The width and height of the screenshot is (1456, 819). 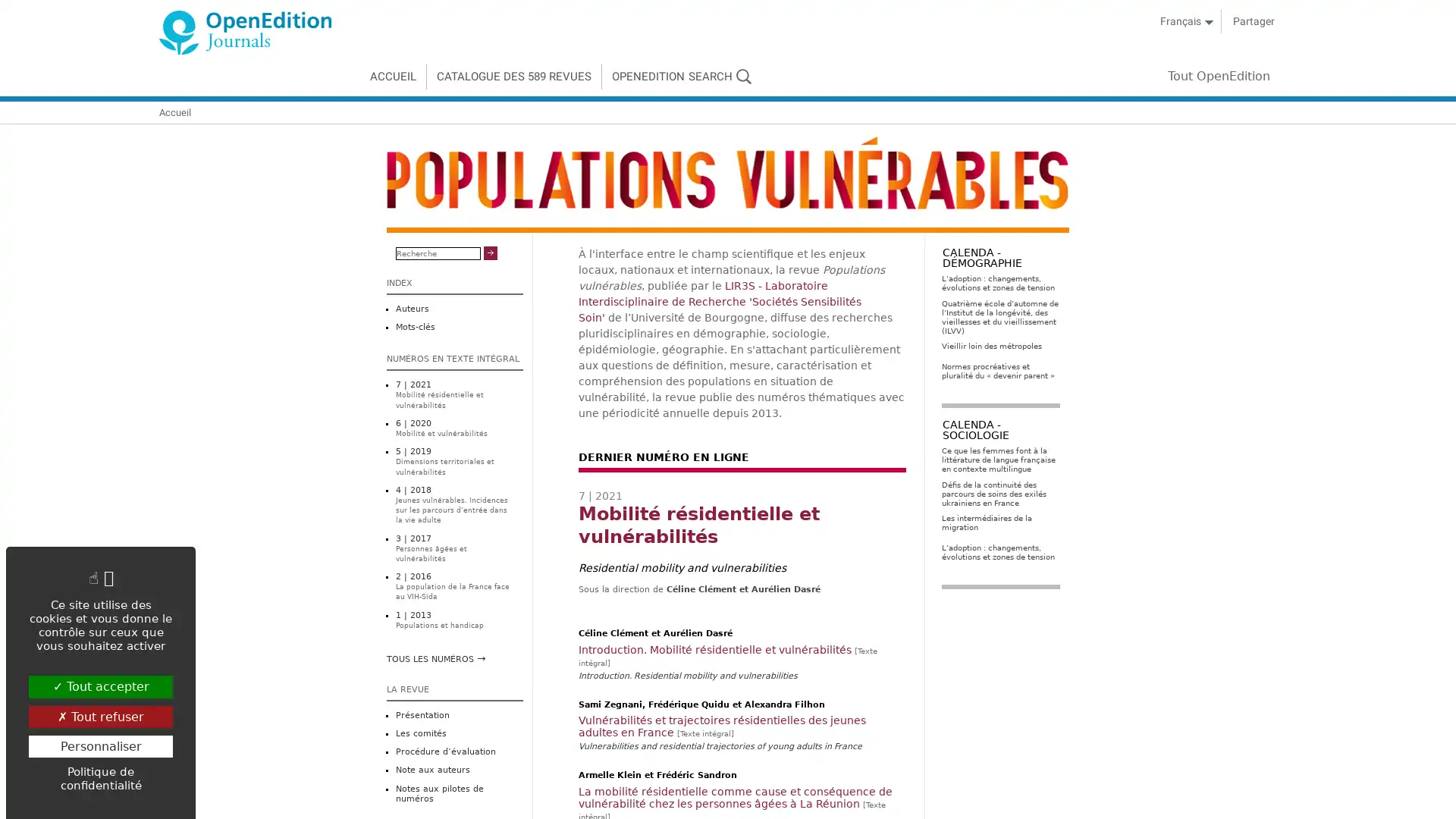 What do you see at coordinates (490, 253) in the screenshot?
I see `Chercher` at bounding box center [490, 253].